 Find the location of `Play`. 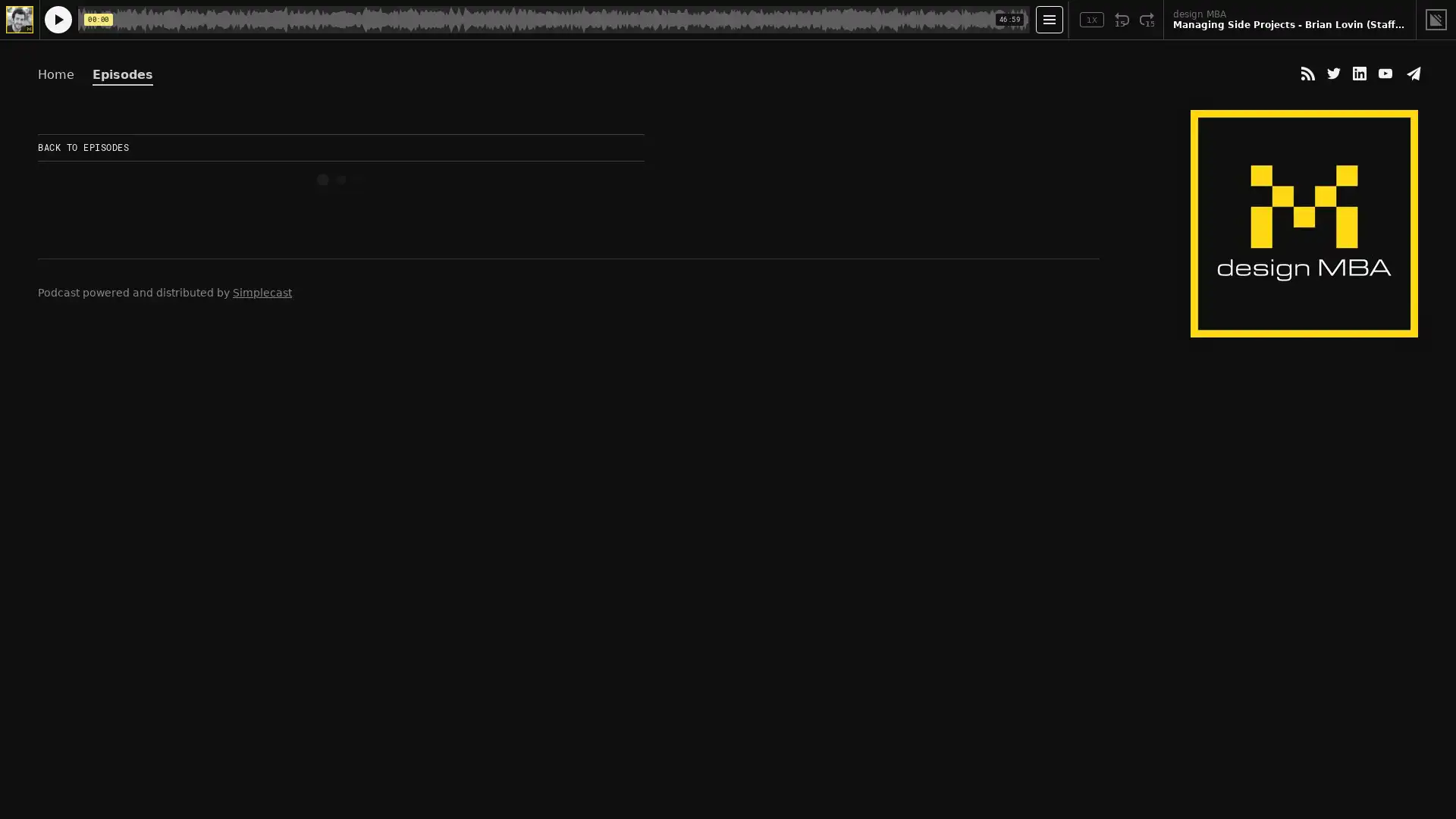

Play is located at coordinates (58, 20).